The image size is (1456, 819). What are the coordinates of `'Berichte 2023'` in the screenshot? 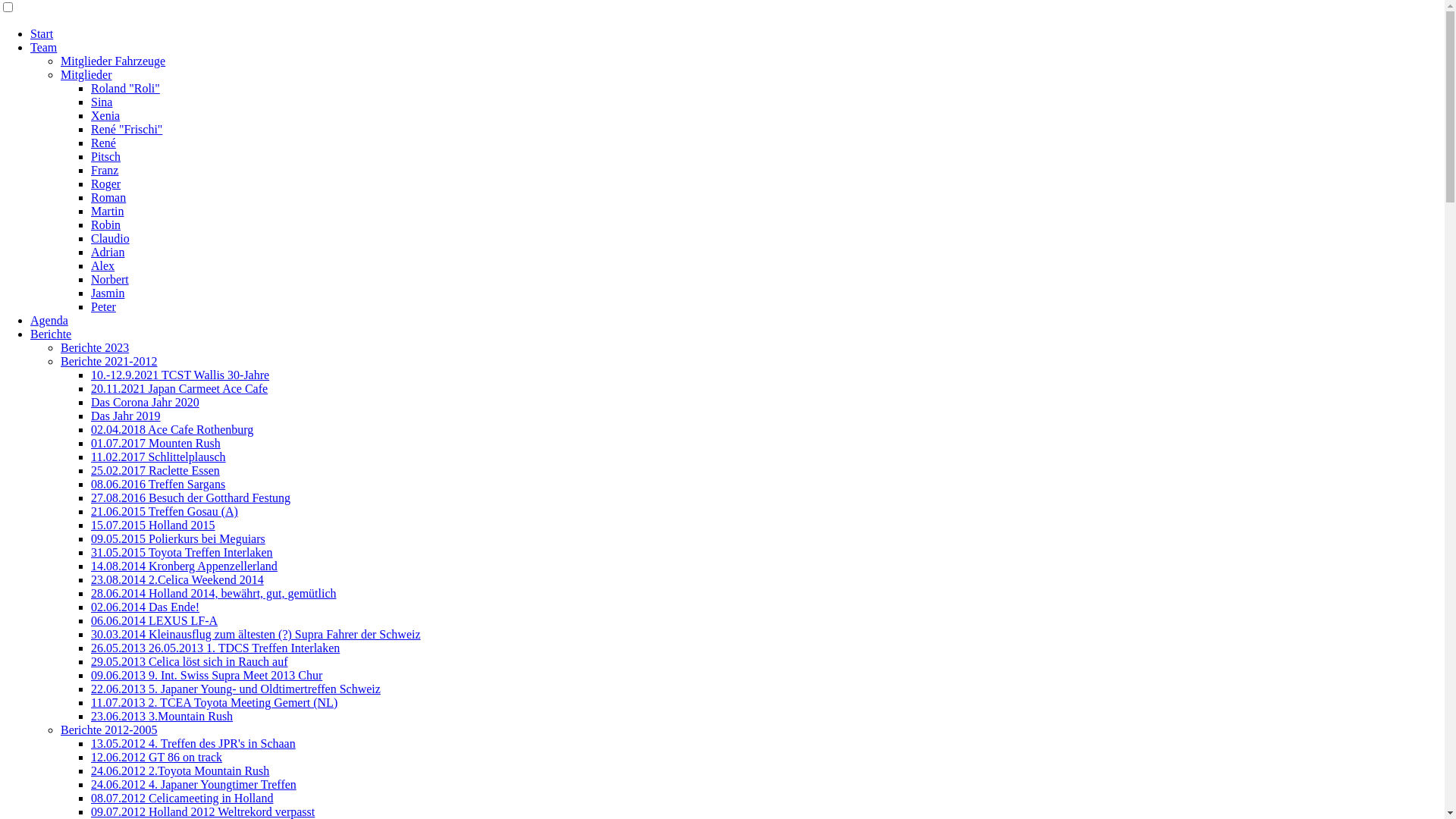 It's located at (61, 347).